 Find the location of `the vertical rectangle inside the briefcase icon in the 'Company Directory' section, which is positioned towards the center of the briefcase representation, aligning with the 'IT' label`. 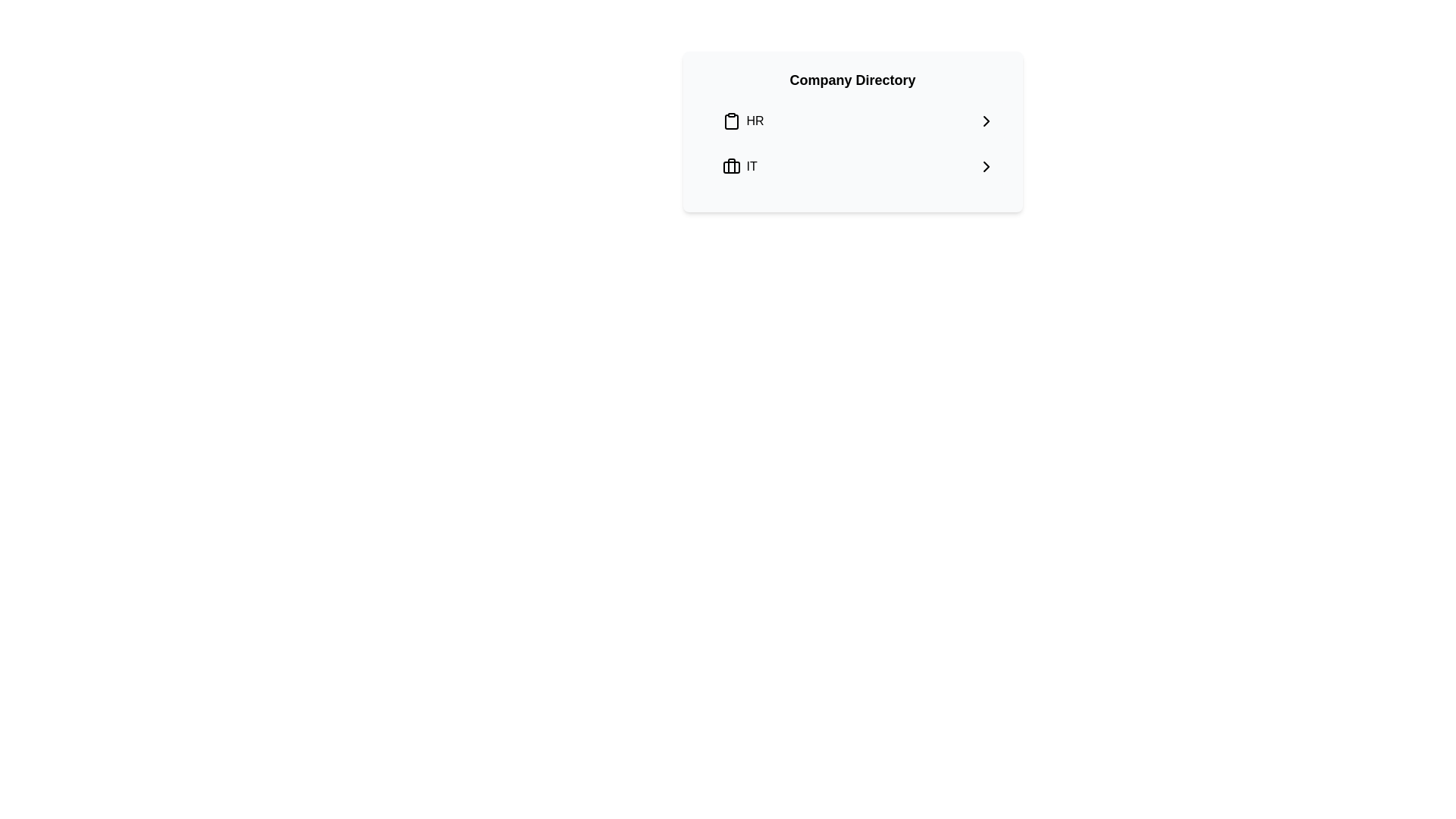

the vertical rectangle inside the briefcase icon in the 'Company Directory' section, which is positioned towards the center of the briefcase representation, aligning with the 'IT' label is located at coordinates (731, 166).